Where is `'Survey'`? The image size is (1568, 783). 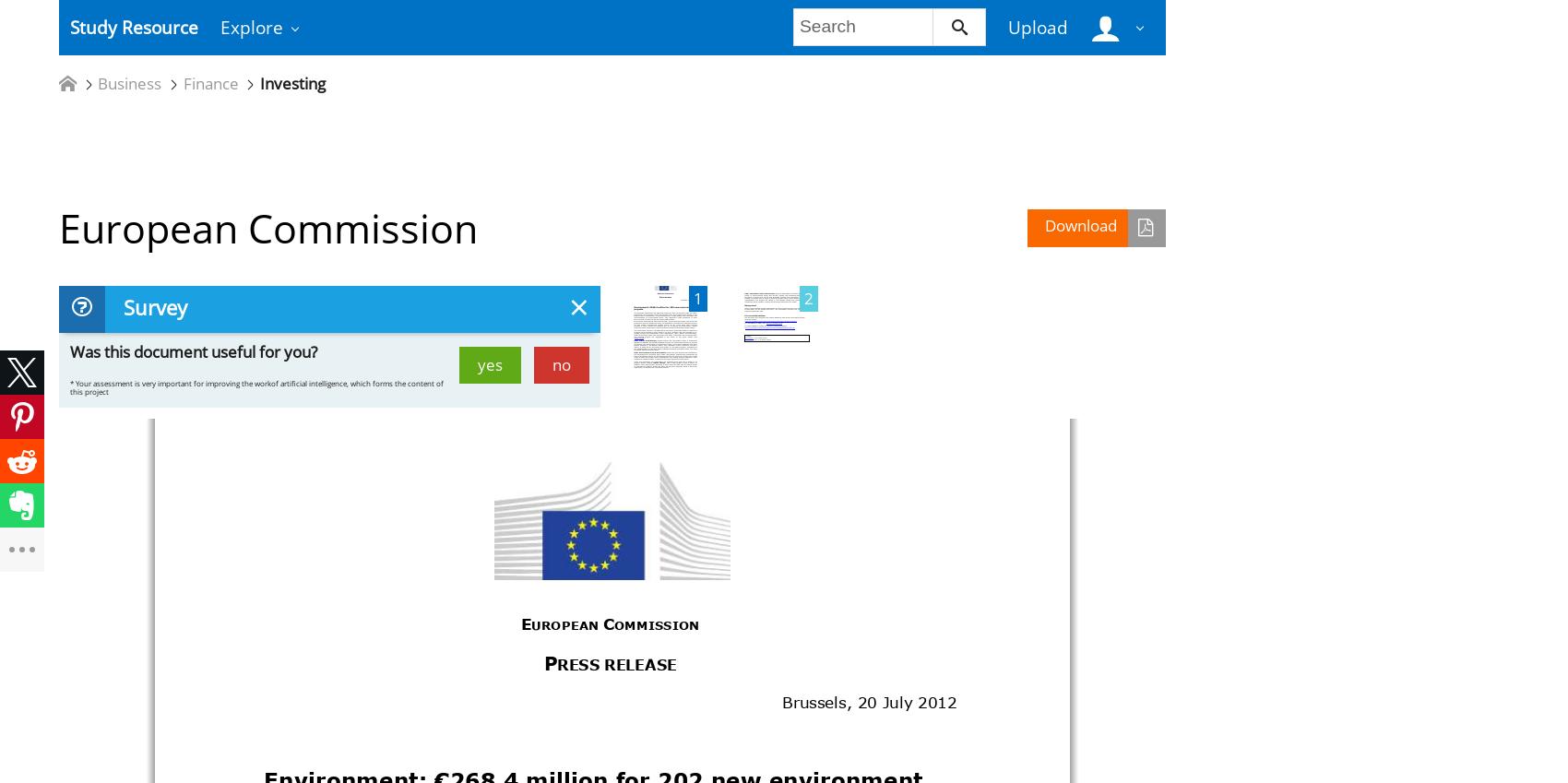
'Survey' is located at coordinates (153, 307).